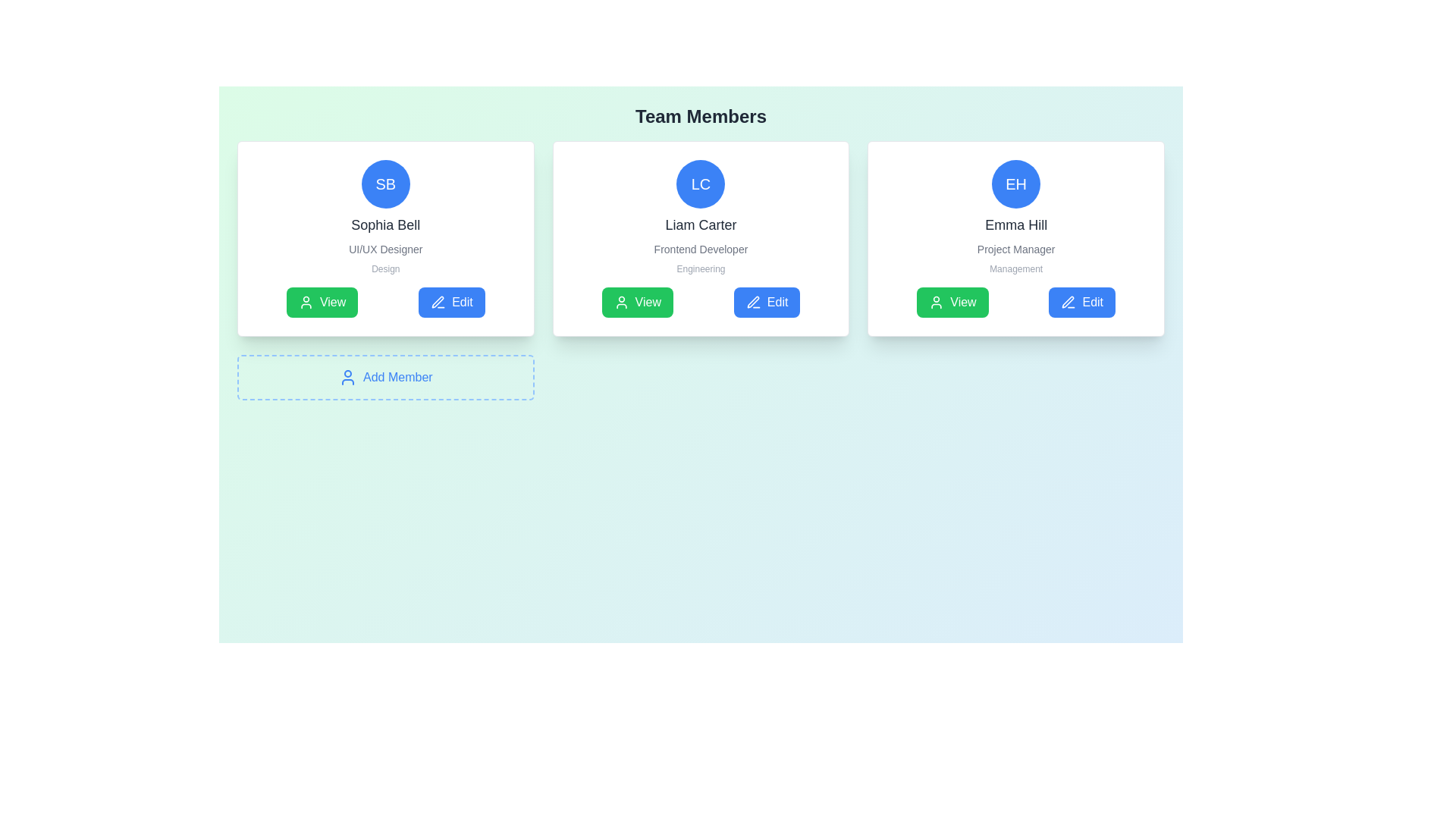 The height and width of the screenshot is (819, 1456). What do you see at coordinates (700, 248) in the screenshot?
I see `the text label displaying 'Frontend Developer' which is styled with a smaller gray font and is located beneath the 'Liam Carter' name text` at bounding box center [700, 248].